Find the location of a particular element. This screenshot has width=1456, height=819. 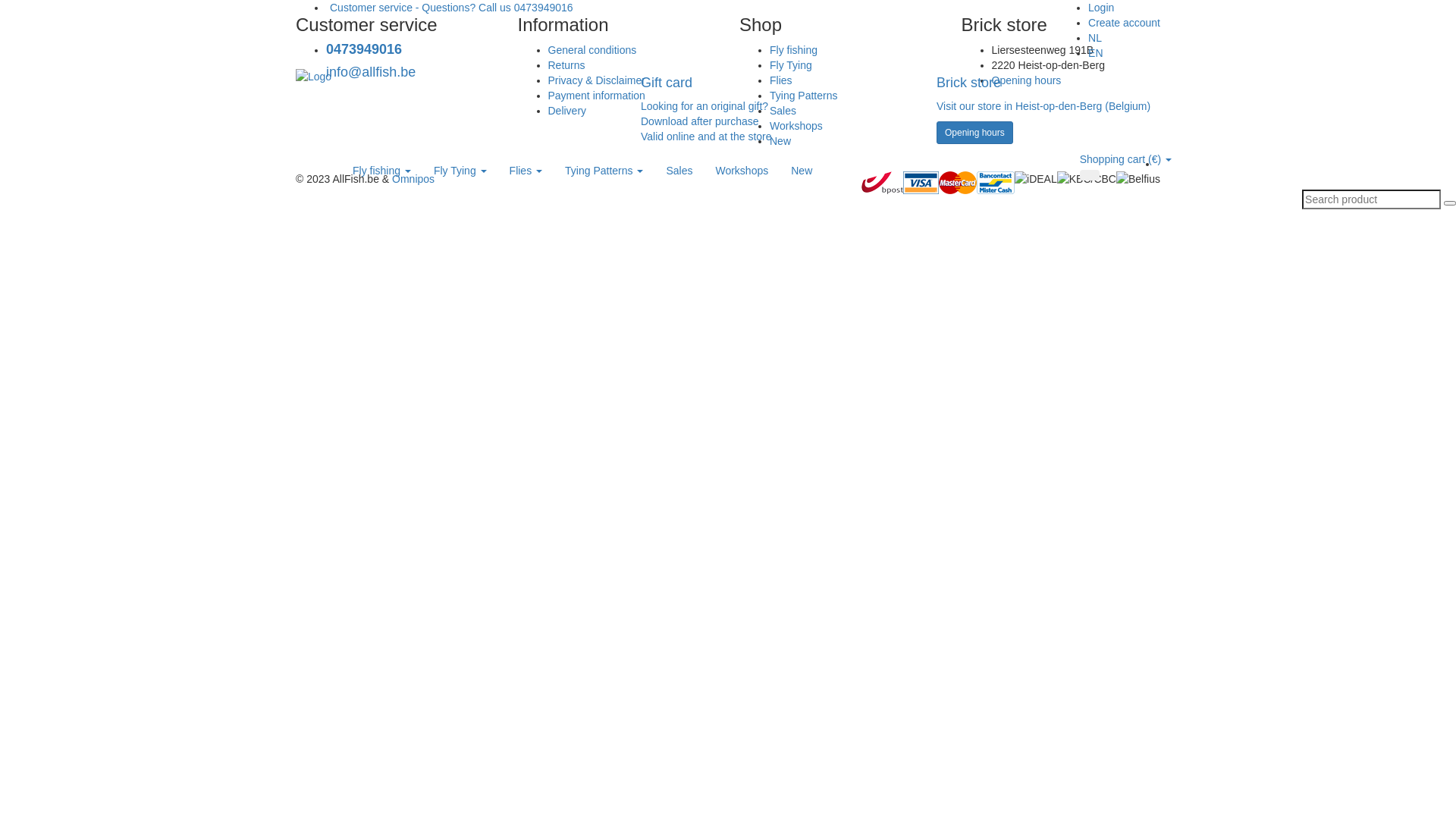

'Opening hours' is located at coordinates (1026, 80).